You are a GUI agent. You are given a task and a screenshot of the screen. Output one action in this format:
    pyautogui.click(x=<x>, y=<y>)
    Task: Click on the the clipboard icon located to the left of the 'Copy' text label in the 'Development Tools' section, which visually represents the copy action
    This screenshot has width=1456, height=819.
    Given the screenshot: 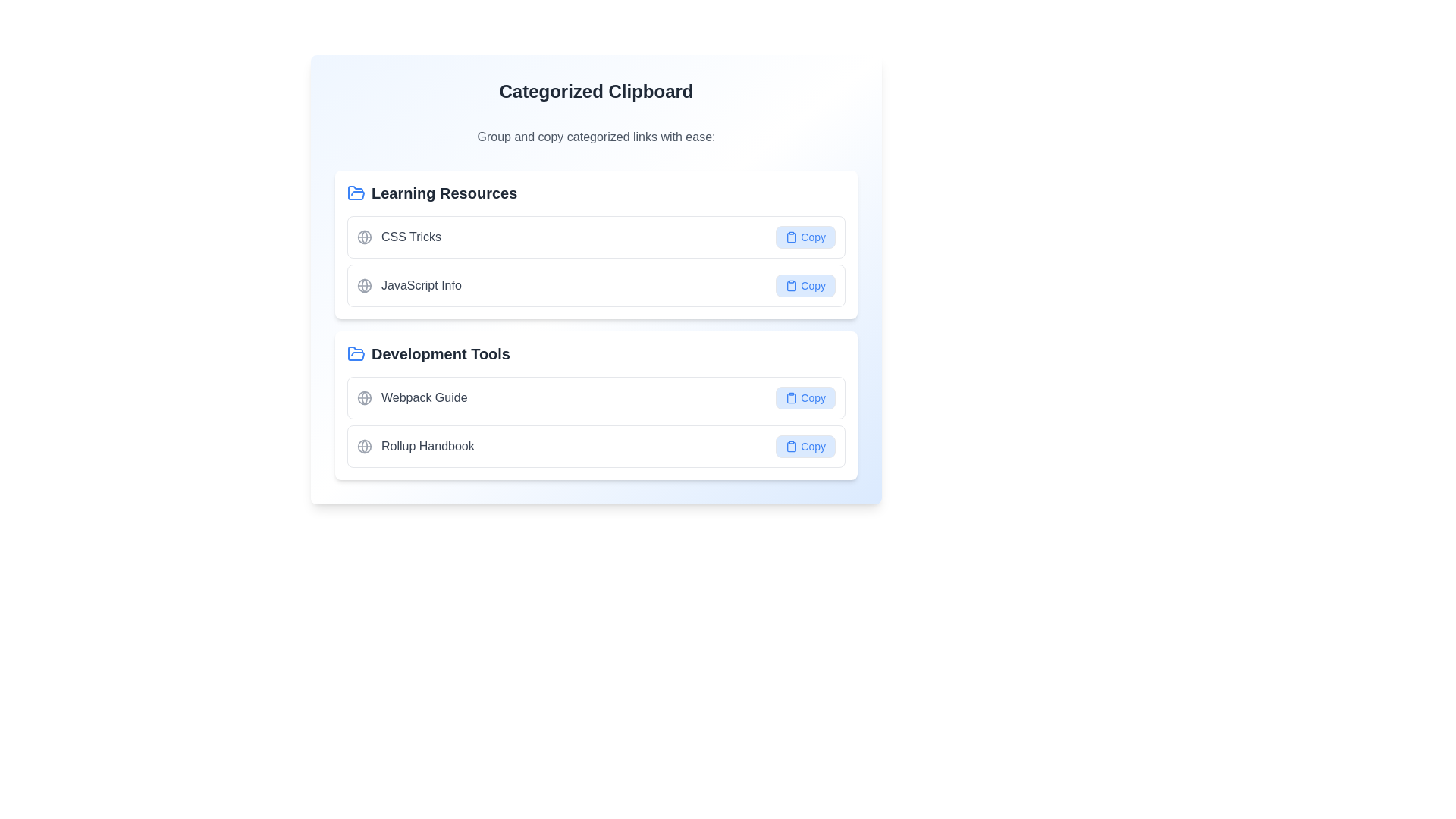 What is the action you would take?
    pyautogui.click(x=791, y=397)
    